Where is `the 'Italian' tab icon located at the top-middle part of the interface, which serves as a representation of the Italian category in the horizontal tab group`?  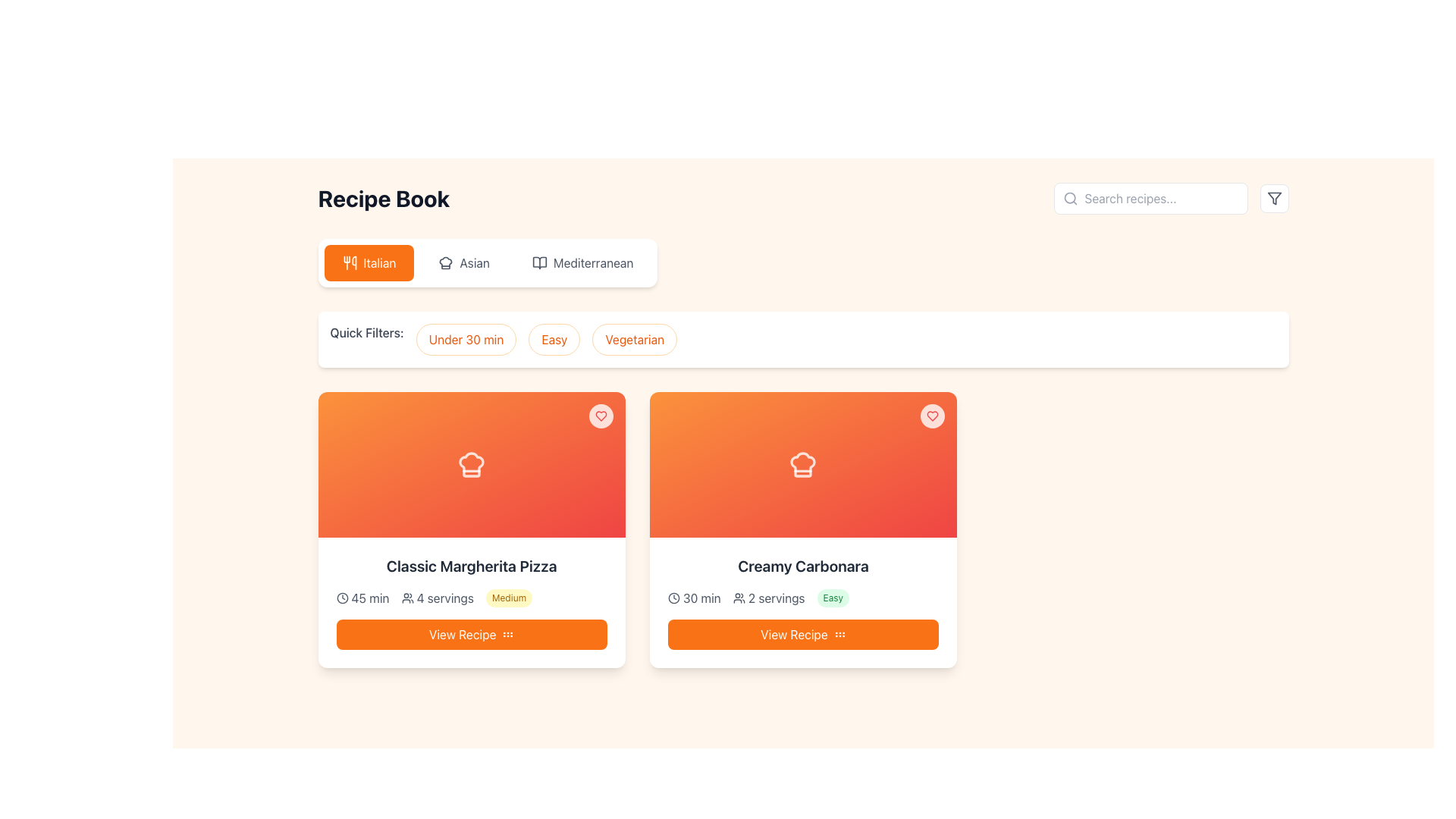
the 'Italian' tab icon located at the top-middle part of the interface, which serves as a representation of the Italian category in the horizontal tab group is located at coordinates (353, 262).